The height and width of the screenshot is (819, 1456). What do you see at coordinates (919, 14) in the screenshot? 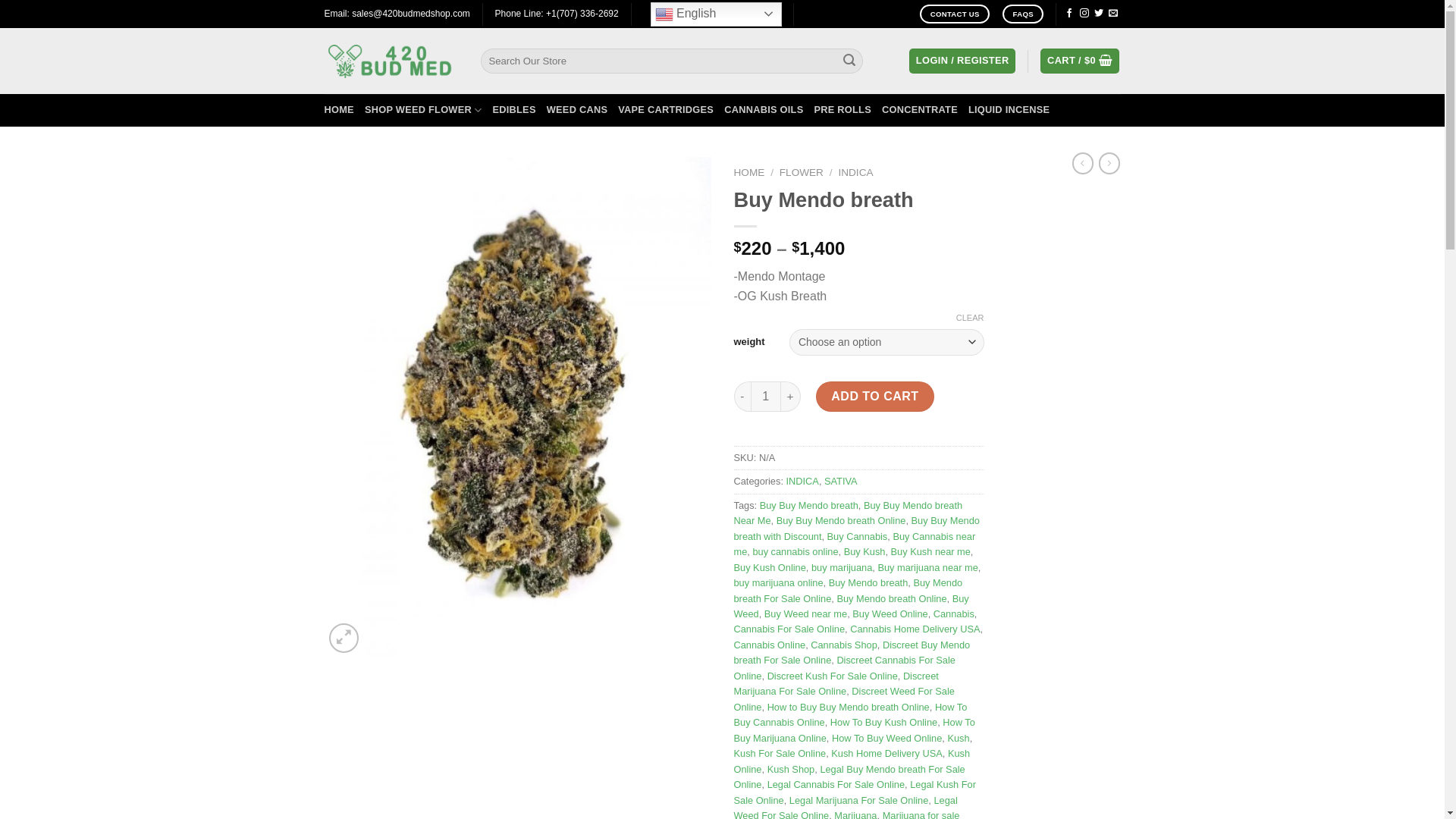
I see `'CONTACT US'` at bounding box center [919, 14].